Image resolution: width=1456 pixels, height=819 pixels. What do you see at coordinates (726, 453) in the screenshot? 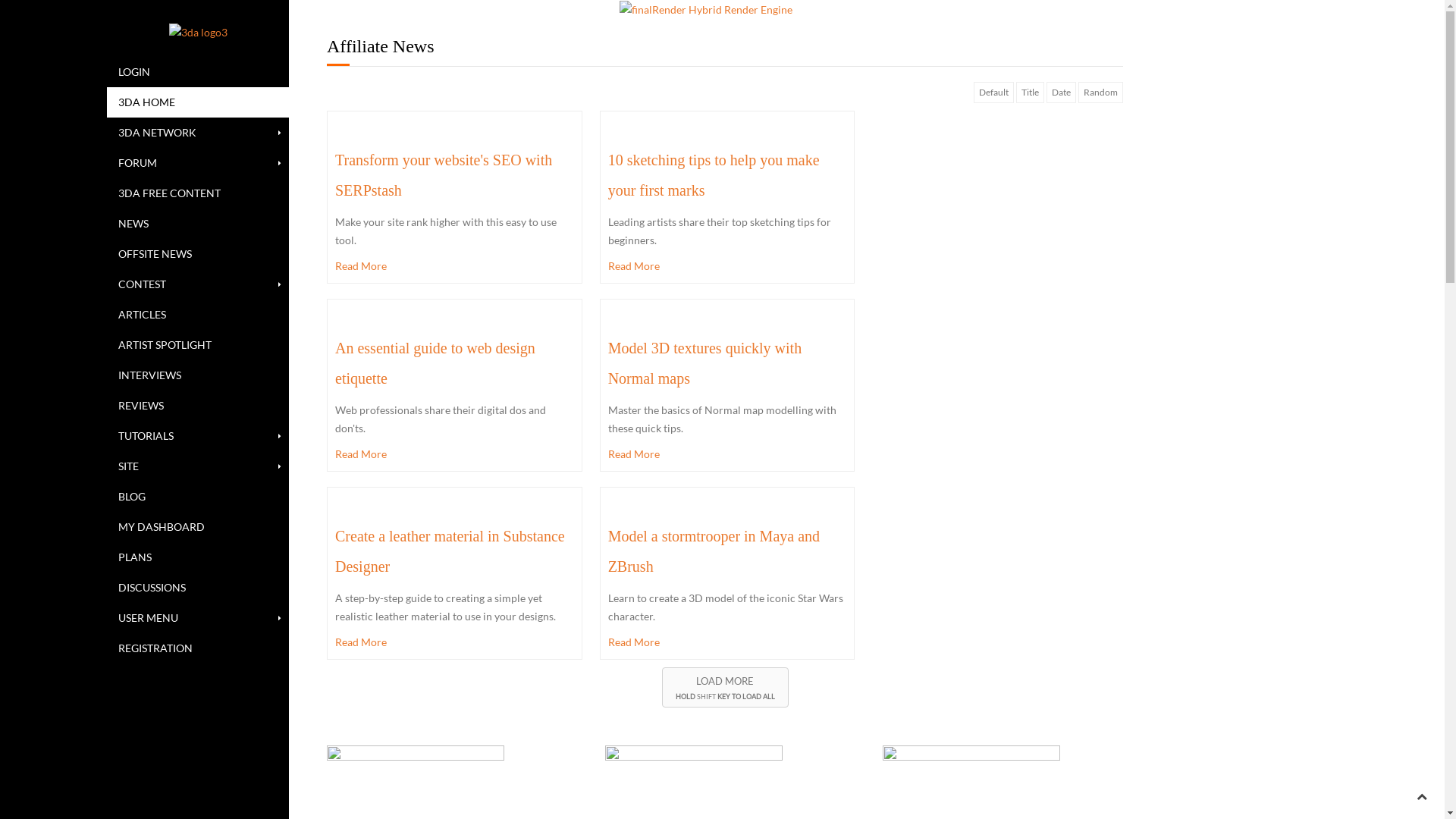
I see `'Read More'` at bounding box center [726, 453].